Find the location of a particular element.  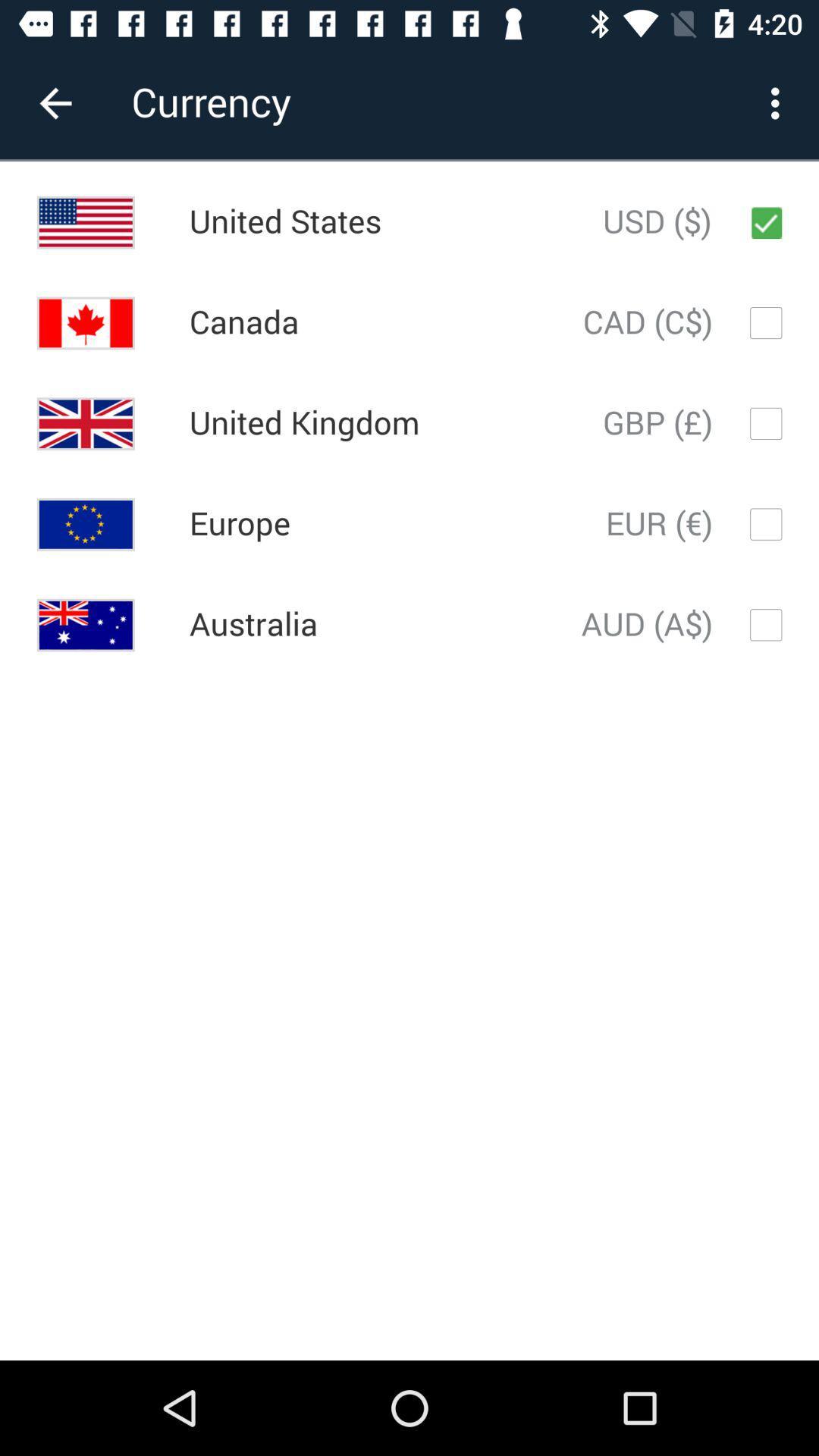

the item to the right of europe icon is located at coordinates (658, 524).